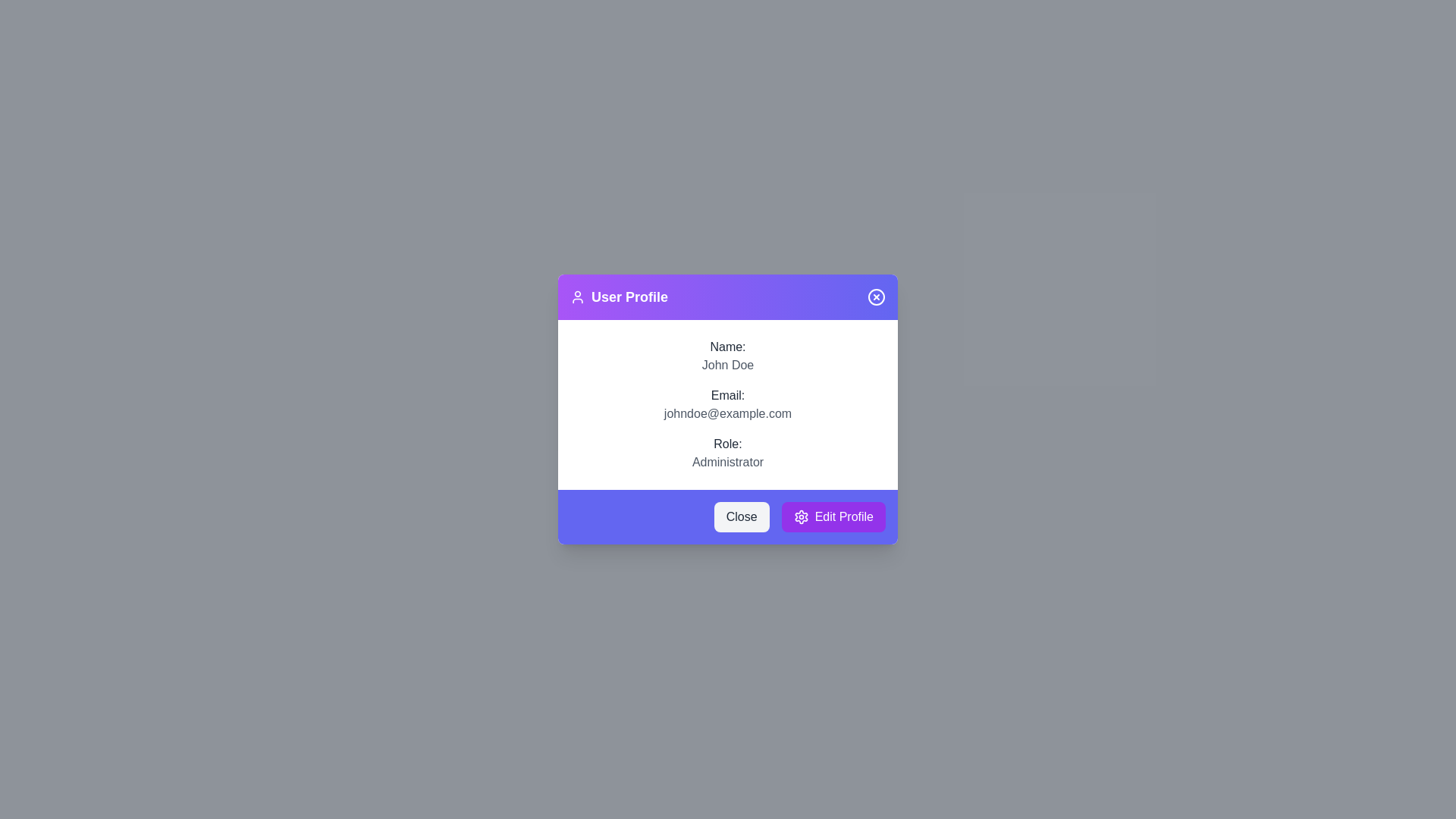 Image resolution: width=1456 pixels, height=819 pixels. Describe the element at coordinates (728, 452) in the screenshot. I see `the static text field displaying 'Administrator', which is positioned below the 'Email: johndoe@example.com' entry in the user information card` at that location.